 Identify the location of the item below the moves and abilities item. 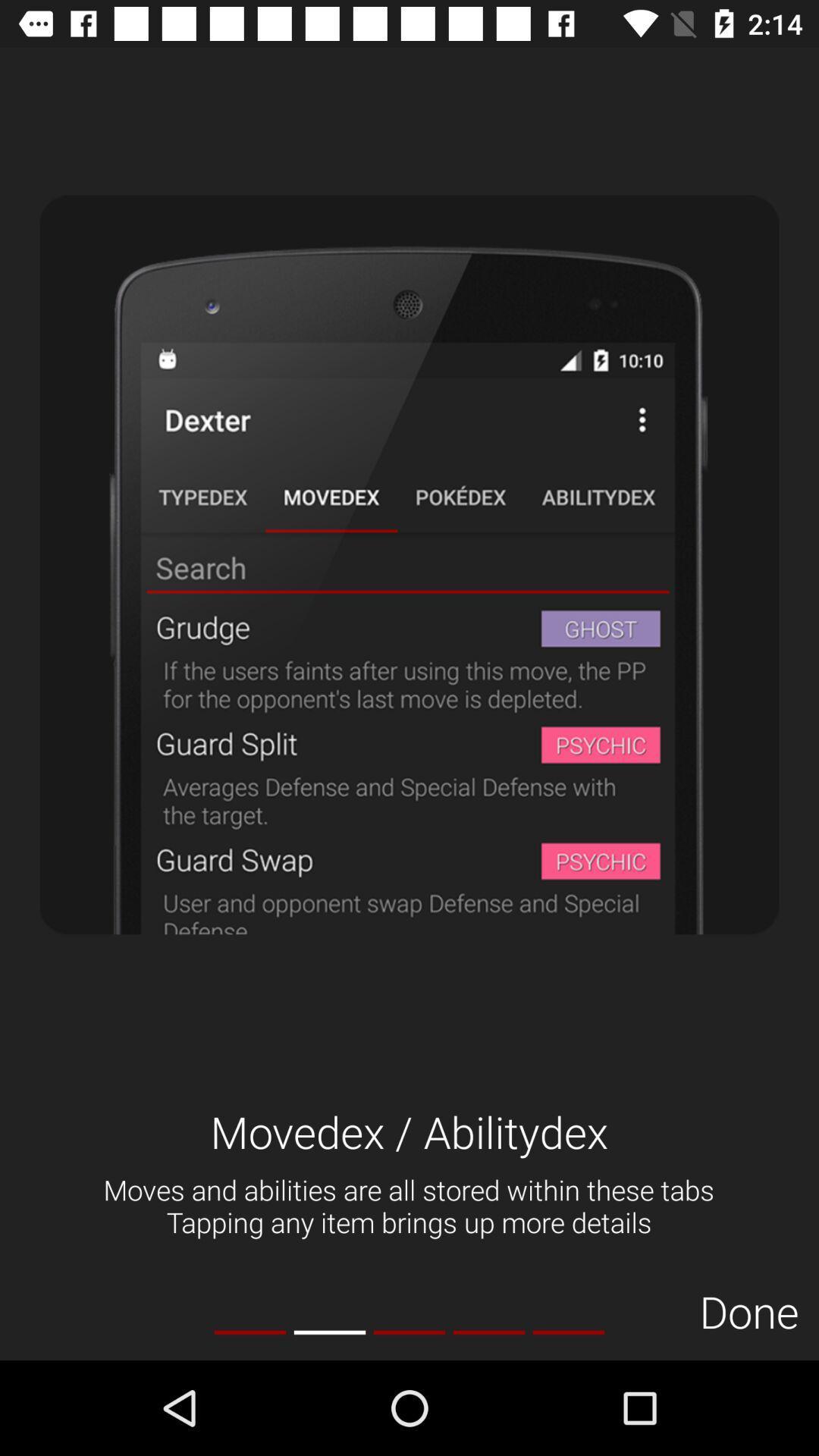
(409, 1332).